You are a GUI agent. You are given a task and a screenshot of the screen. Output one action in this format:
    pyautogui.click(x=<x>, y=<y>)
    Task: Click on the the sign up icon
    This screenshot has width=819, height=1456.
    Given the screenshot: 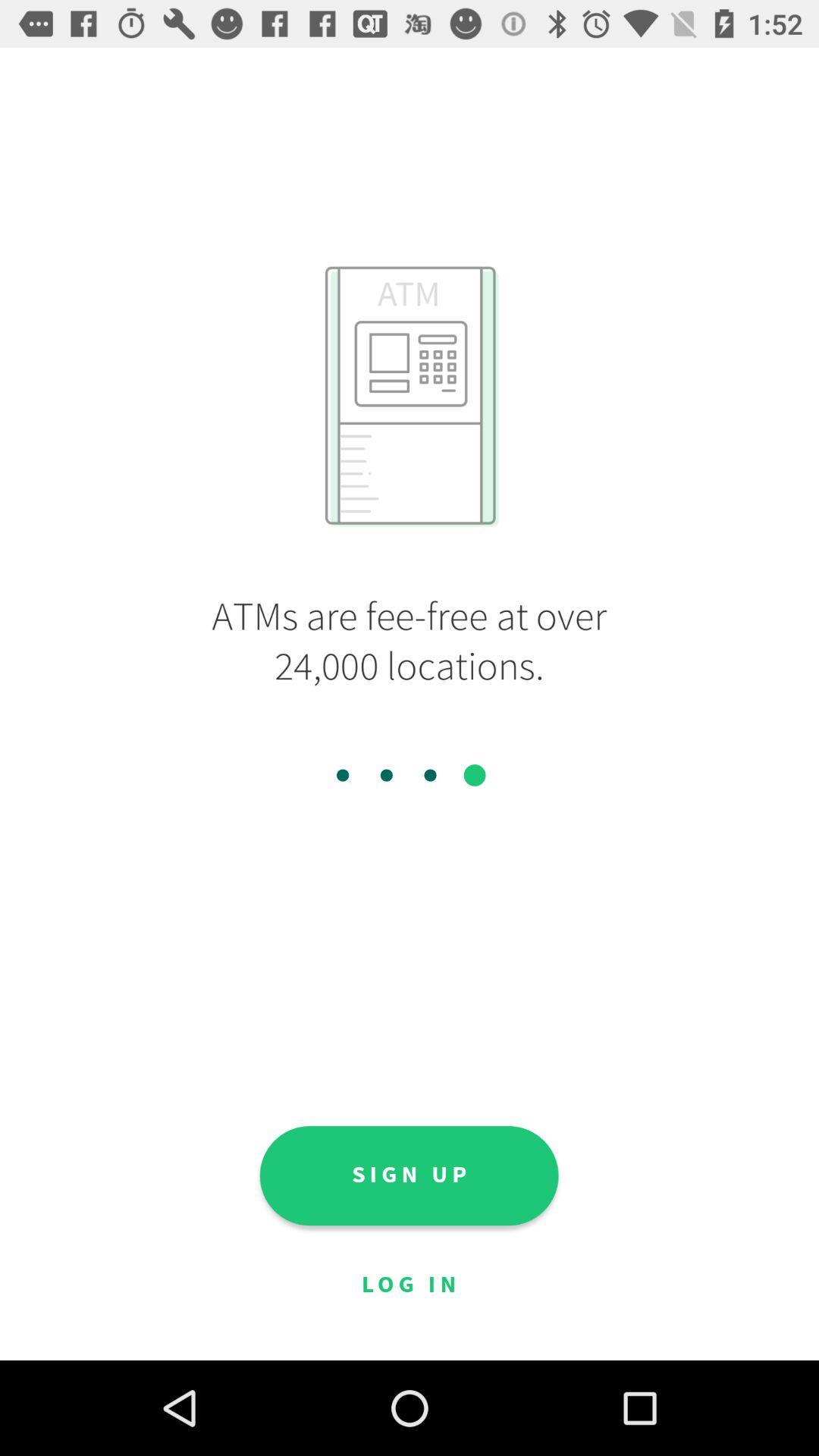 What is the action you would take?
    pyautogui.click(x=408, y=1175)
    